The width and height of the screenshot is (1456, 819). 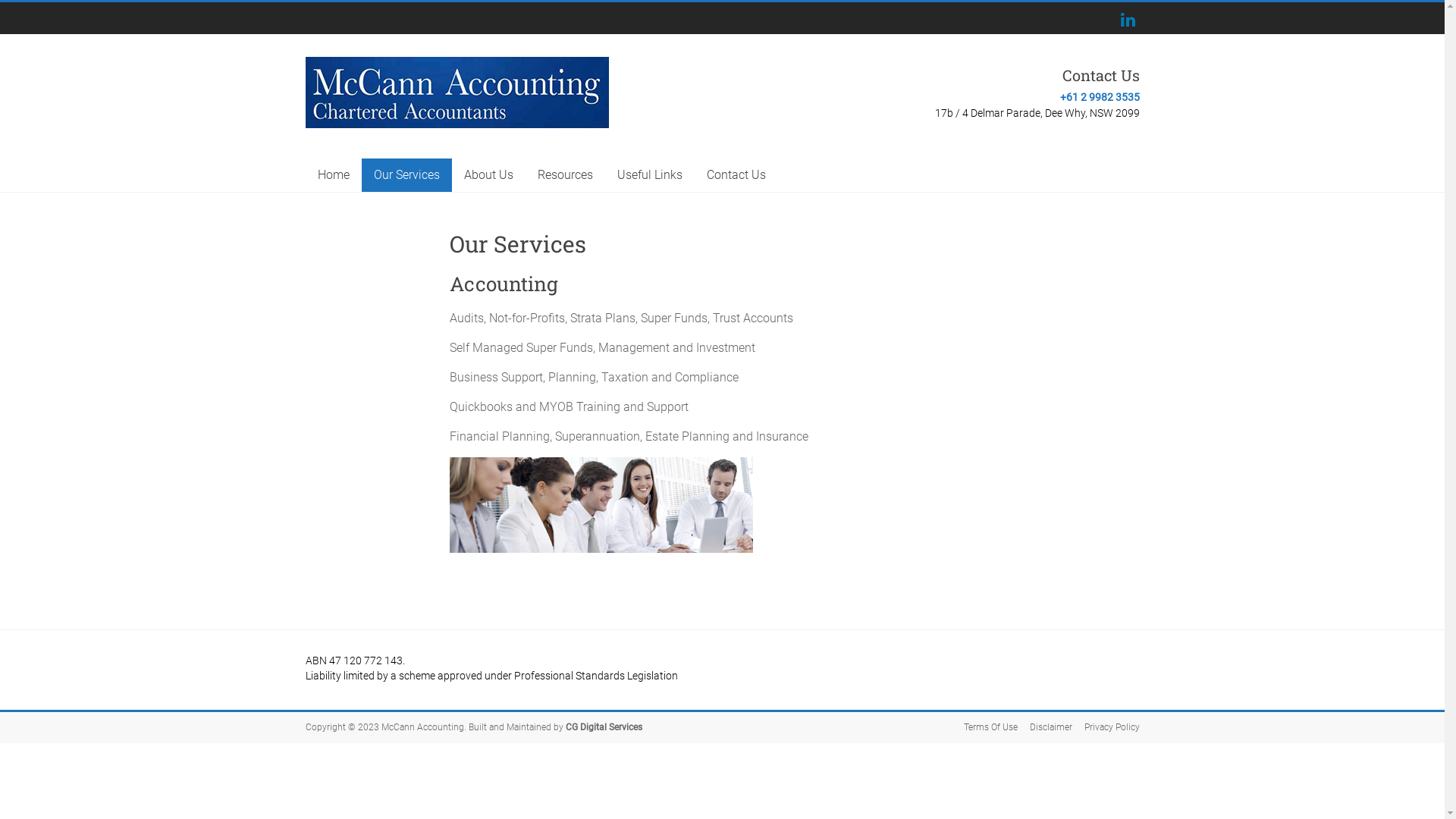 What do you see at coordinates (304, 174) in the screenshot?
I see `'Home'` at bounding box center [304, 174].